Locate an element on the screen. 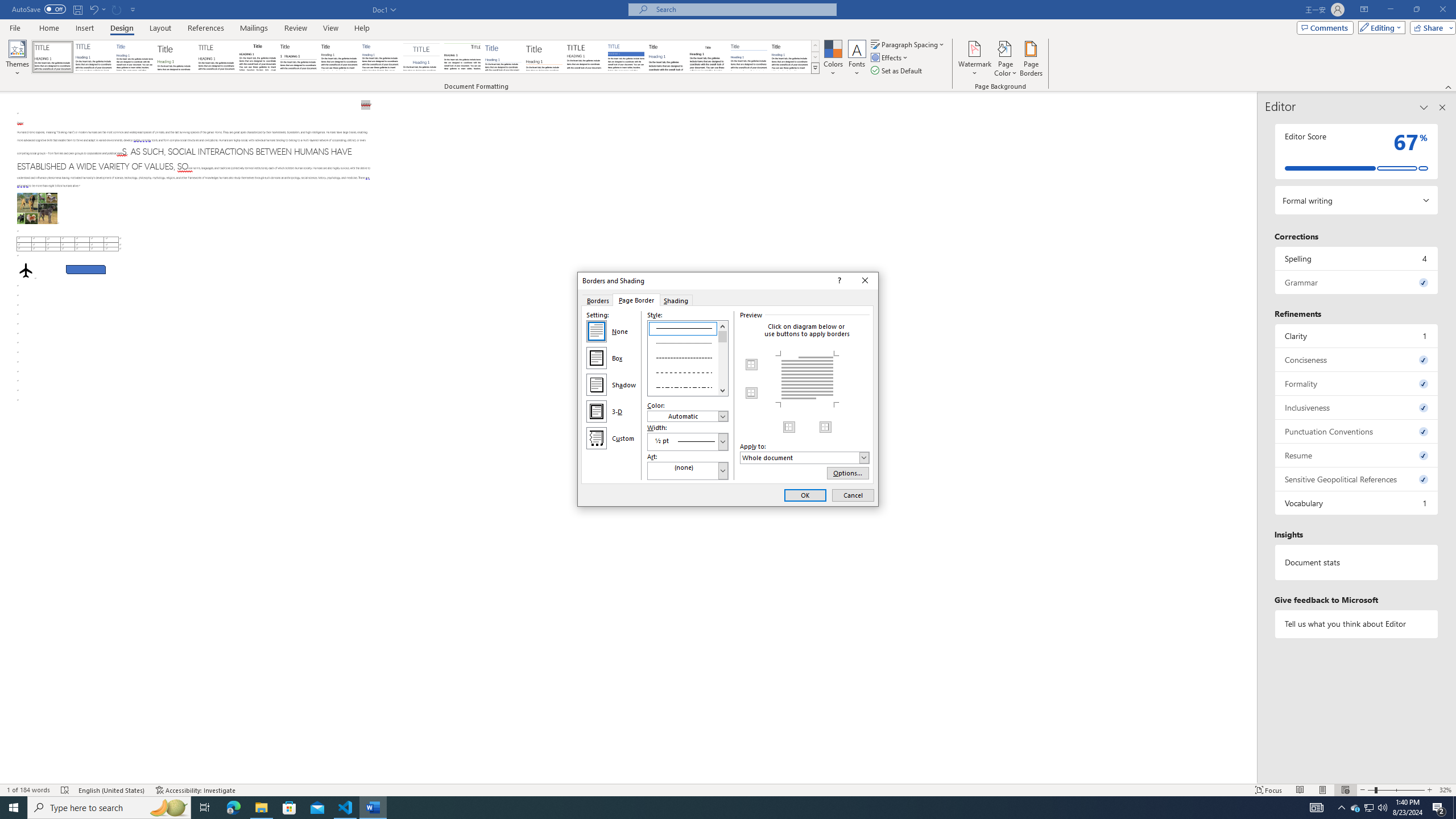 The width and height of the screenshot is (1456, 819). 'Grammar, 0 issues. Press space or enter to review items.' is located at coordinates (1356, 282).